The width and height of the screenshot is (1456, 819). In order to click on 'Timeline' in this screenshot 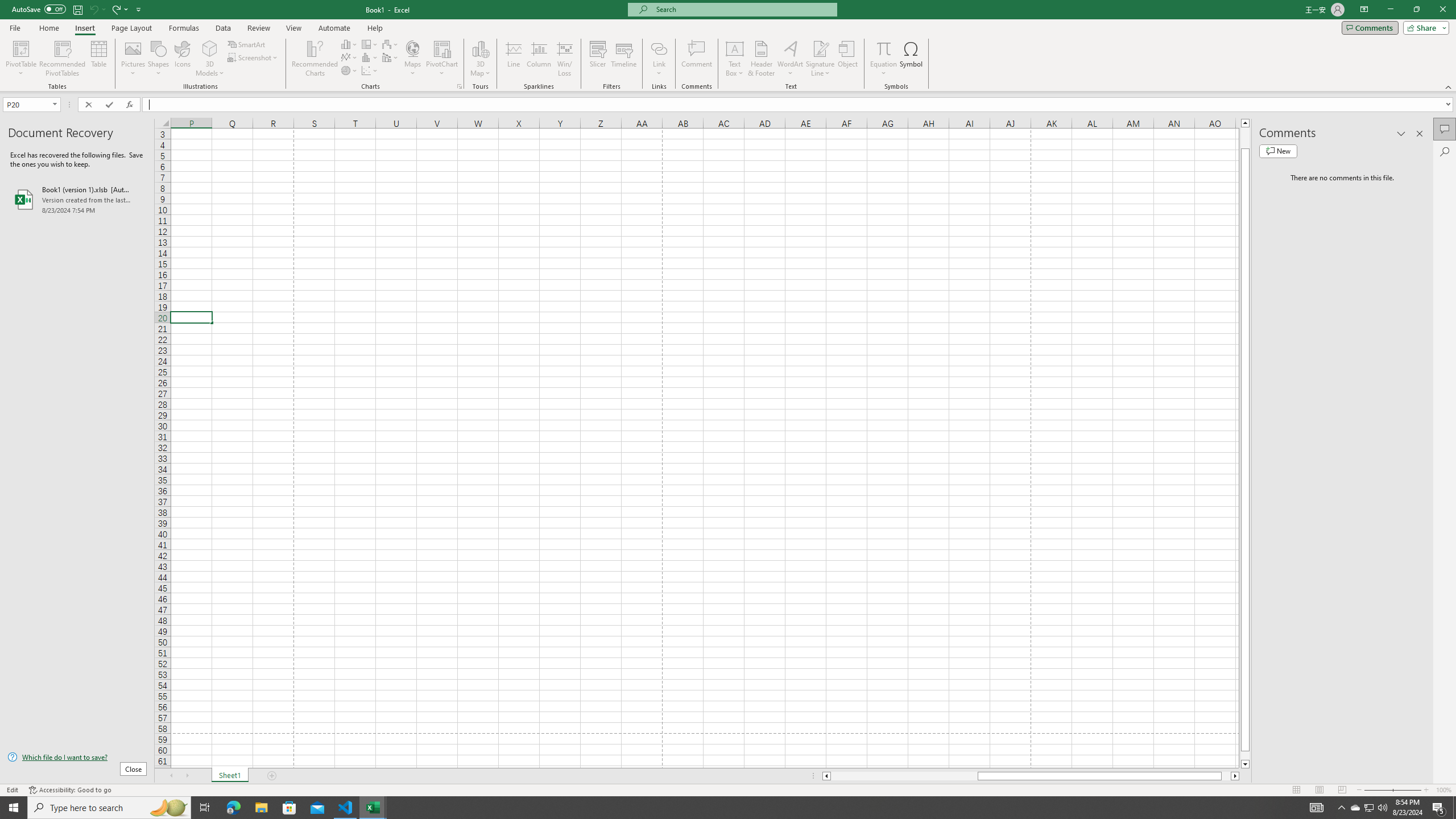, I will do `click(623, 59)`.